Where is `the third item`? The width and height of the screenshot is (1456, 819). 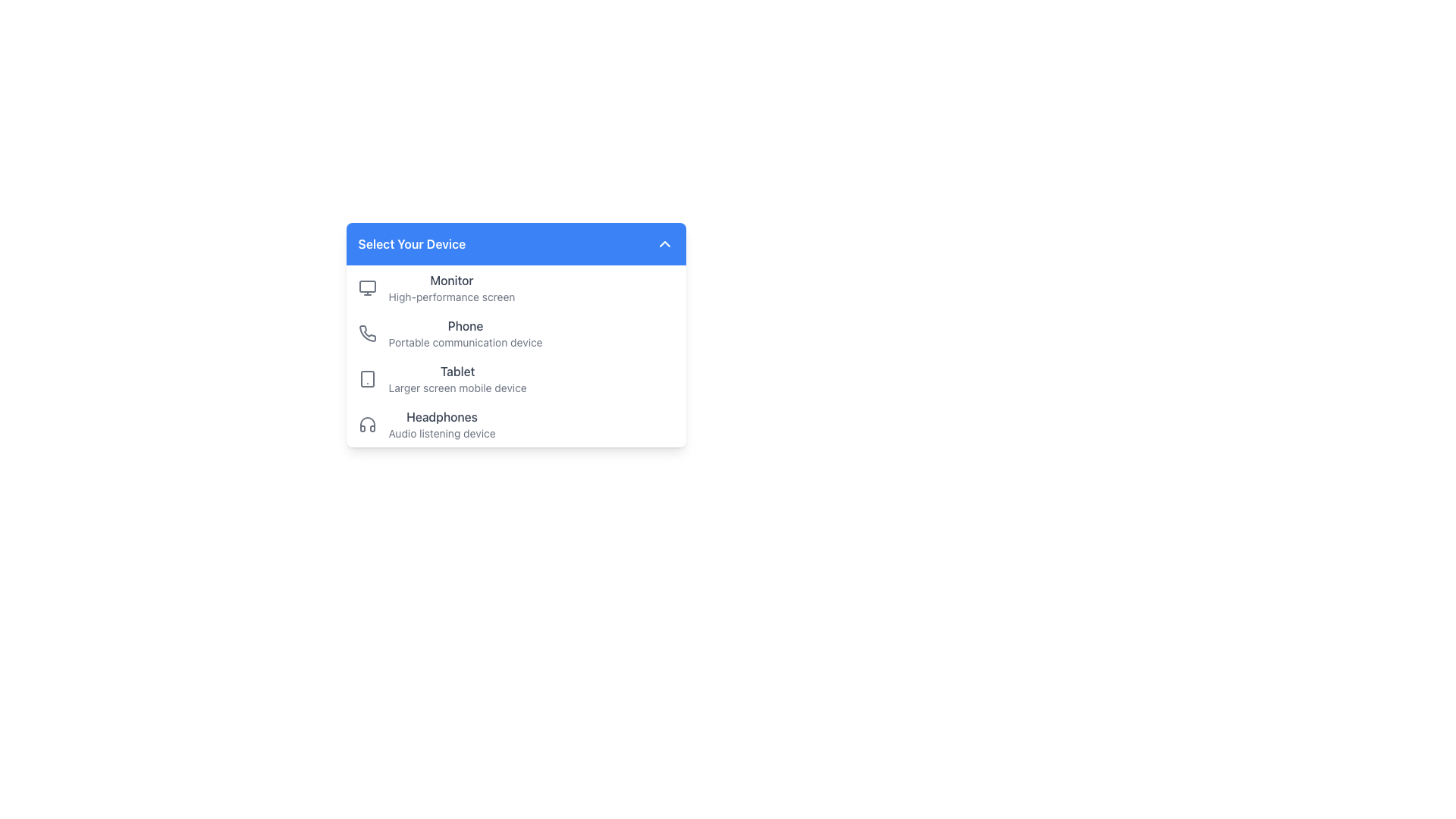 the third item is located at coordinates (516, 378).